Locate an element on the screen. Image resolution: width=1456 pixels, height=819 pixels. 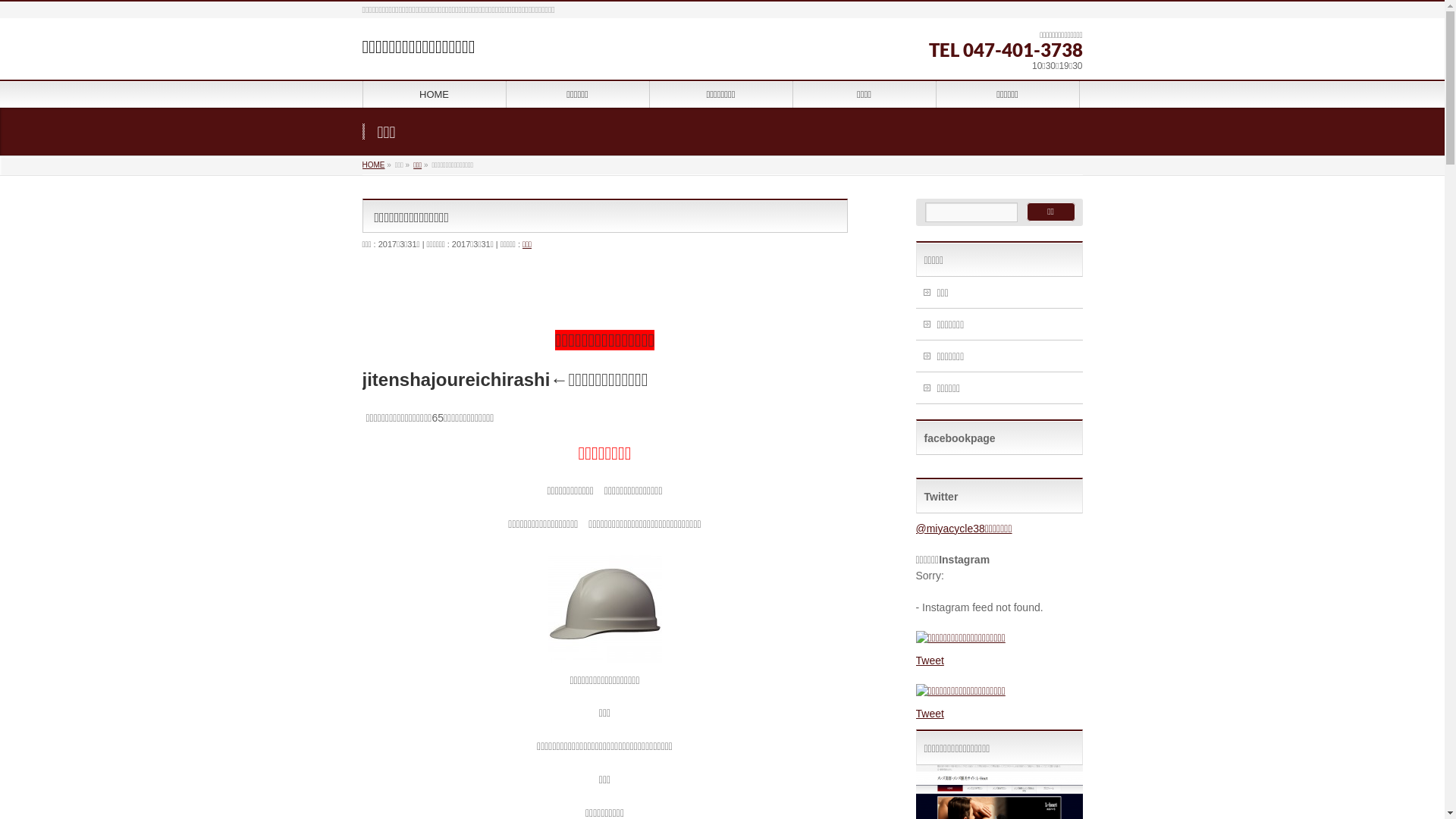
'HOME' is located at coordinates (374, 165).